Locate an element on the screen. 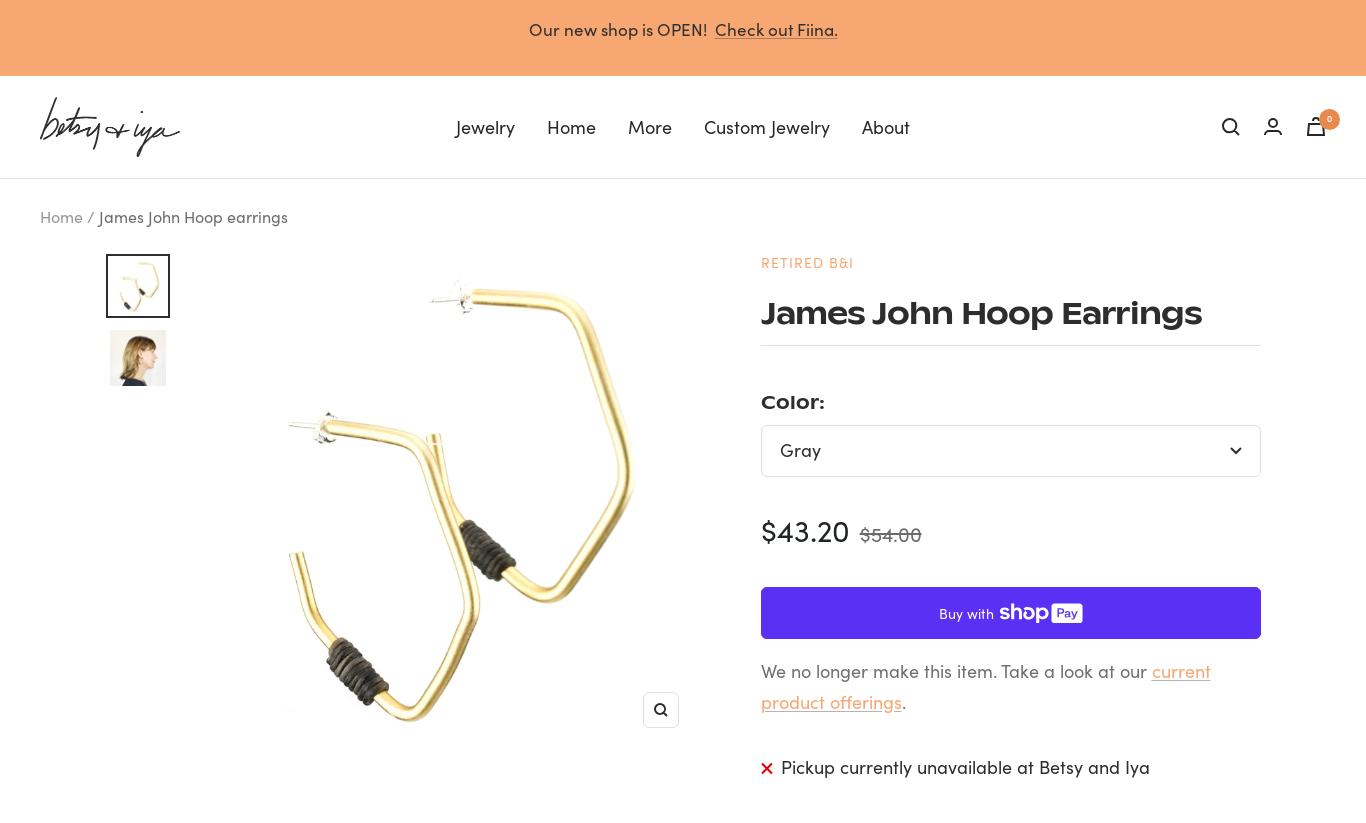 Image resolution: width=1366 pixels, height=823 pixels. 'Earrings' is located at coordinates (166, 232).